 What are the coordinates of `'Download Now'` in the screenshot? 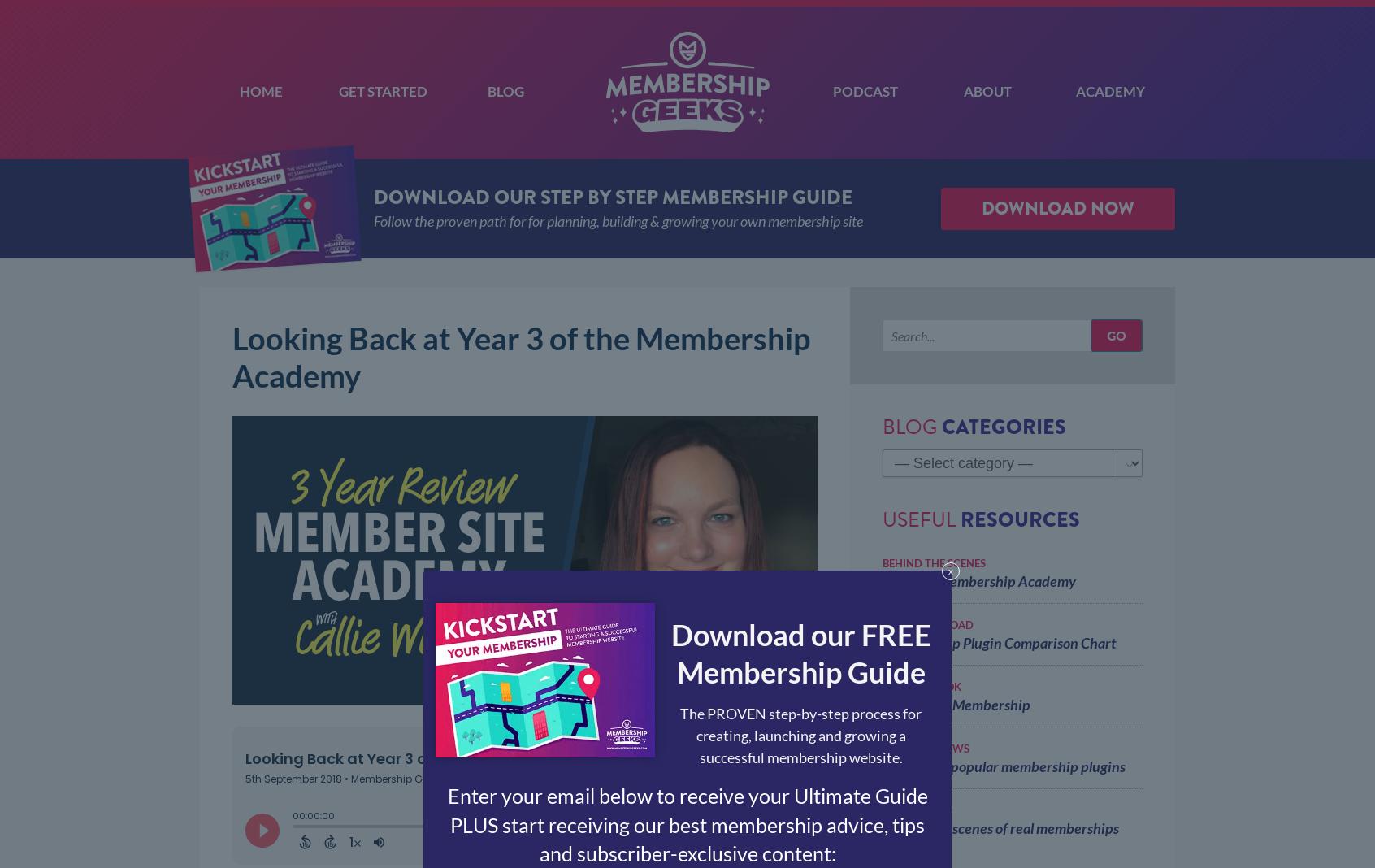 It's located at (1056, 208).